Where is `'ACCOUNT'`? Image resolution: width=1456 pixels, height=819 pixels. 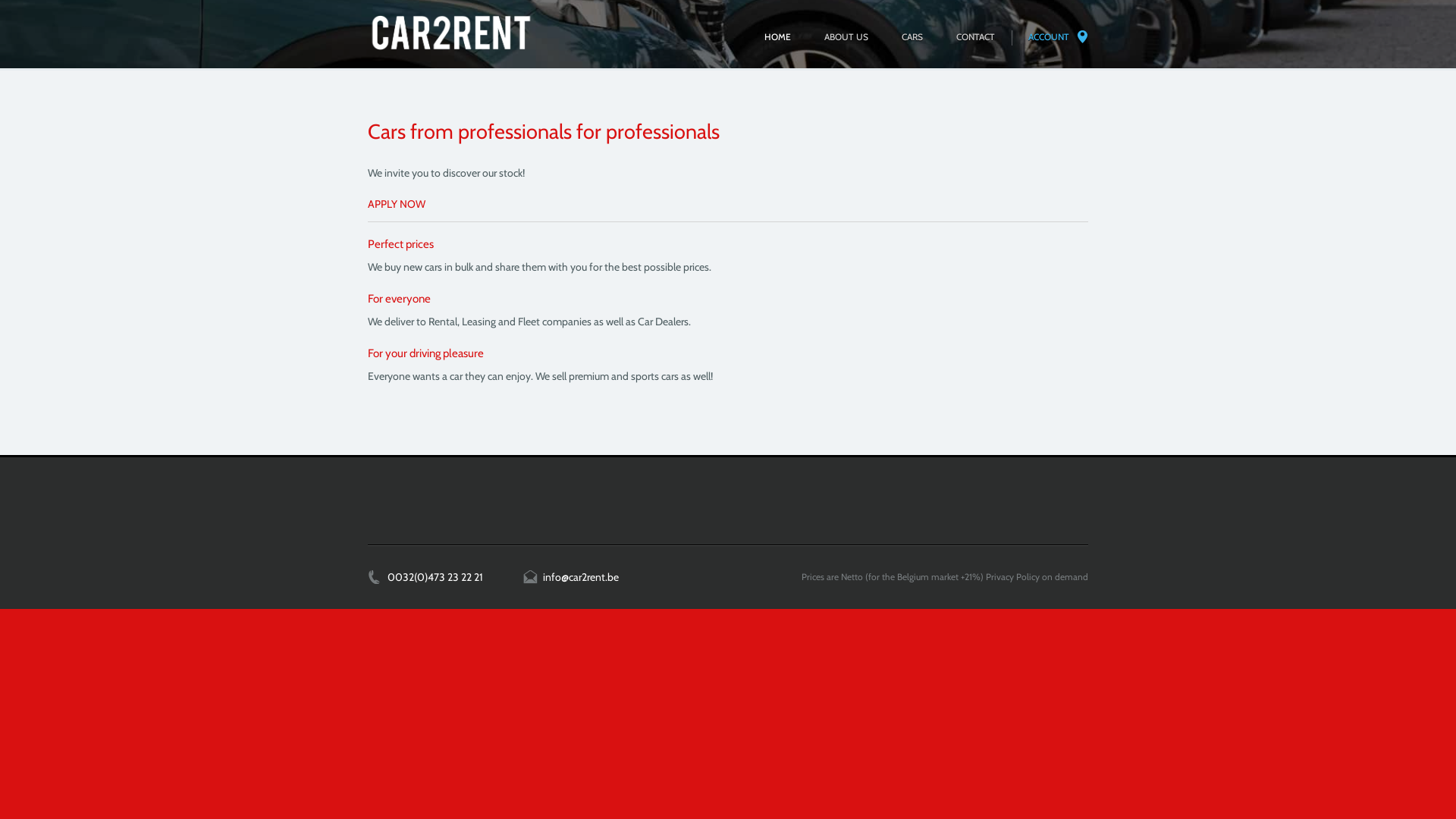 'ACCOUNT' is located at coordinates (1049, 37).